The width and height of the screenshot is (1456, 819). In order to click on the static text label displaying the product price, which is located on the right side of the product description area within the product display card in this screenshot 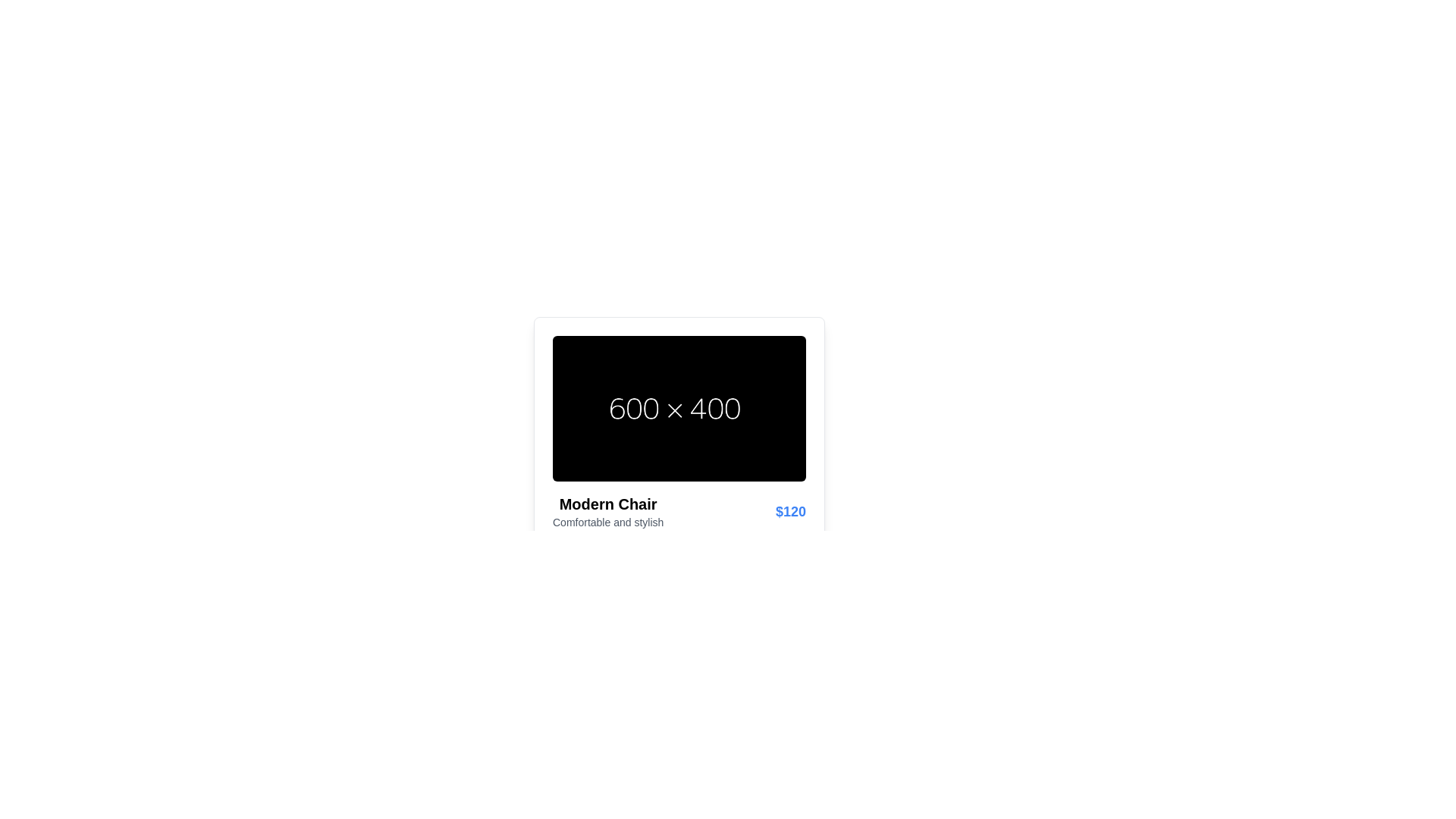, I will do `click(789, 512)`.